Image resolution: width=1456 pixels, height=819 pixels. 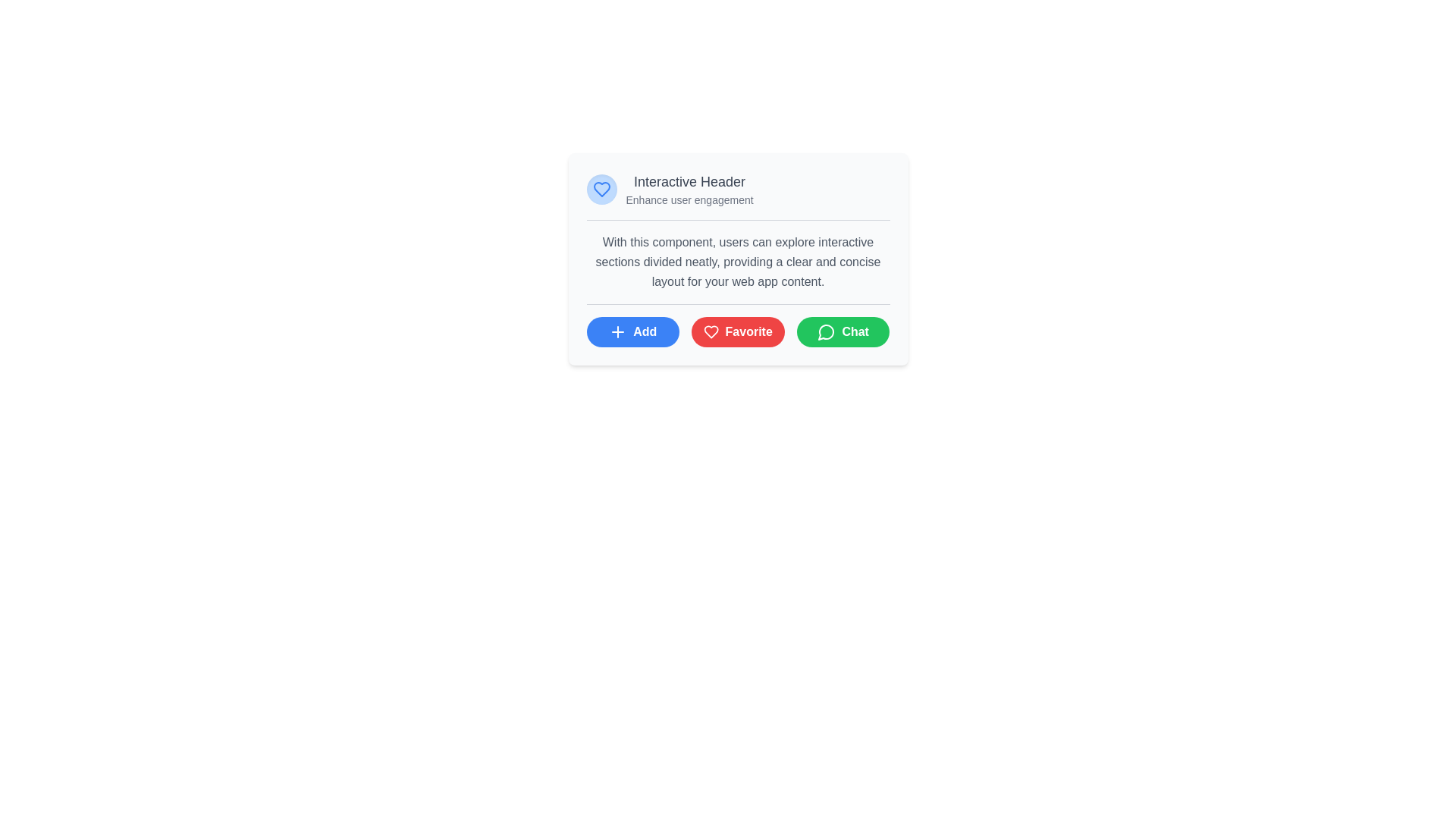 I want to click on the 'Add Item' button located on the left within a row of three buttons at the bottom of the card layout, so click(x=632, y=331).